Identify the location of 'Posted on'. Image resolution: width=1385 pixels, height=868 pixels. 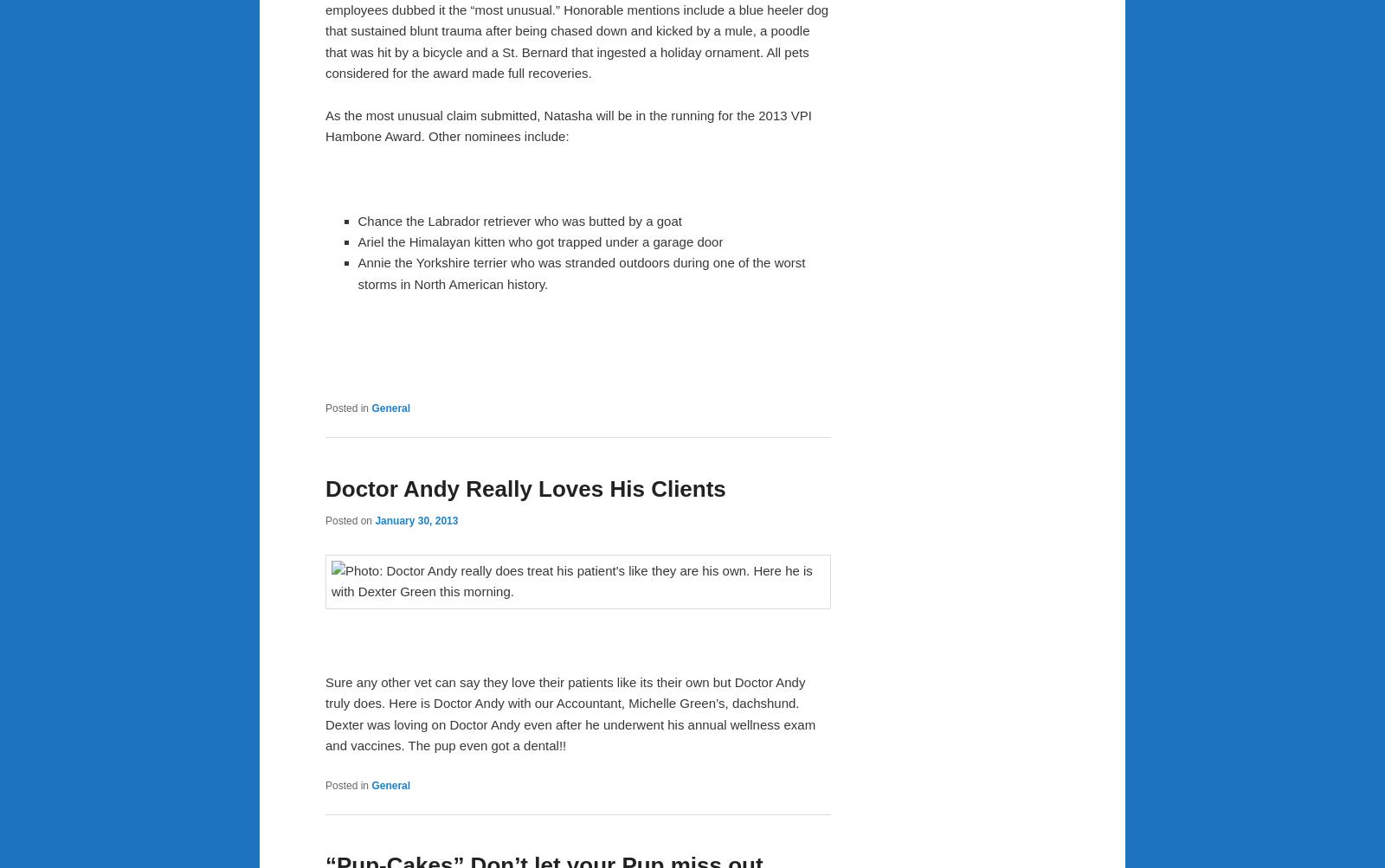
(349, 518).